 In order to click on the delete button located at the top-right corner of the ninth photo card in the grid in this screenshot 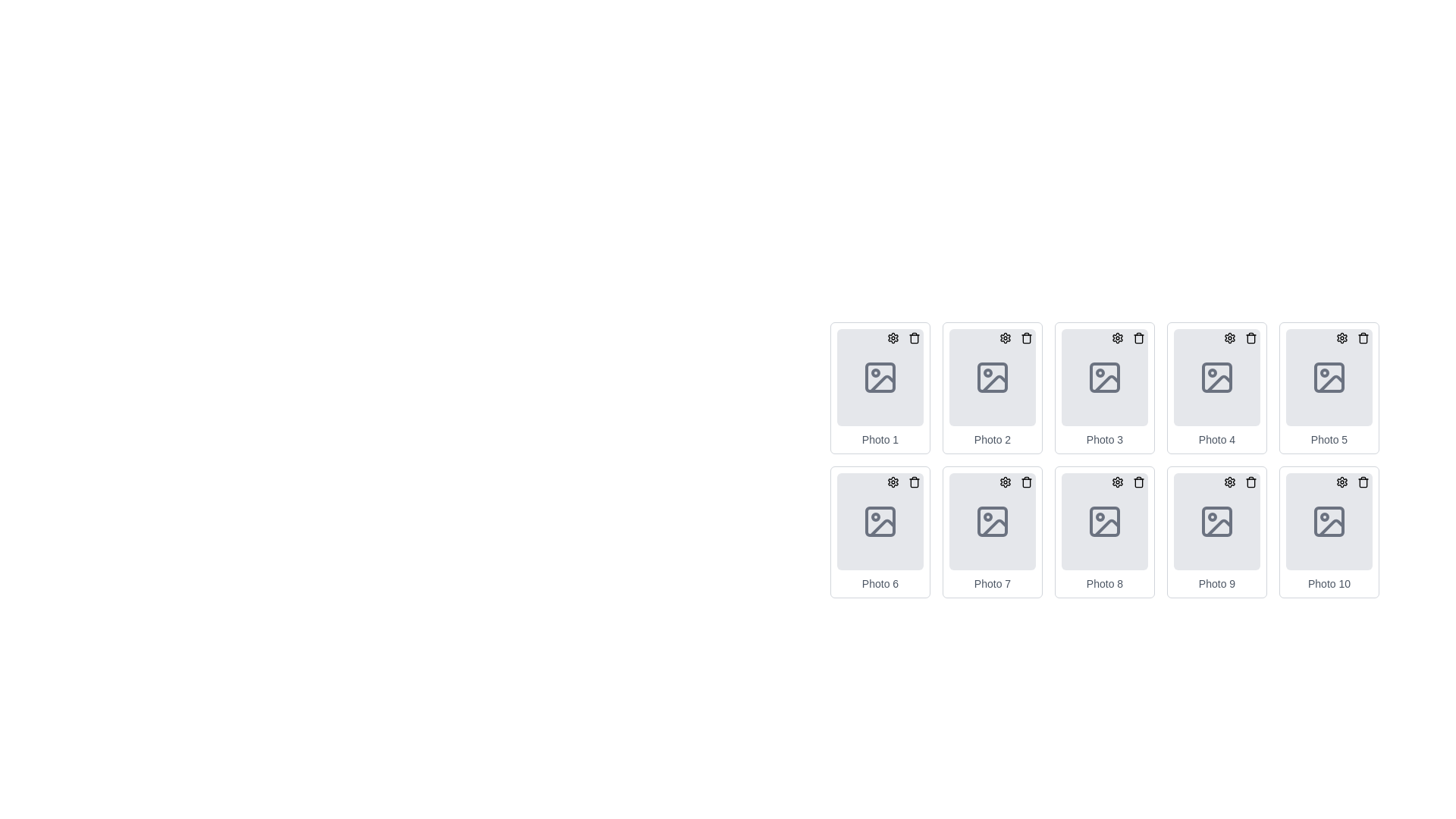, I will do `click(1251, 482)`.